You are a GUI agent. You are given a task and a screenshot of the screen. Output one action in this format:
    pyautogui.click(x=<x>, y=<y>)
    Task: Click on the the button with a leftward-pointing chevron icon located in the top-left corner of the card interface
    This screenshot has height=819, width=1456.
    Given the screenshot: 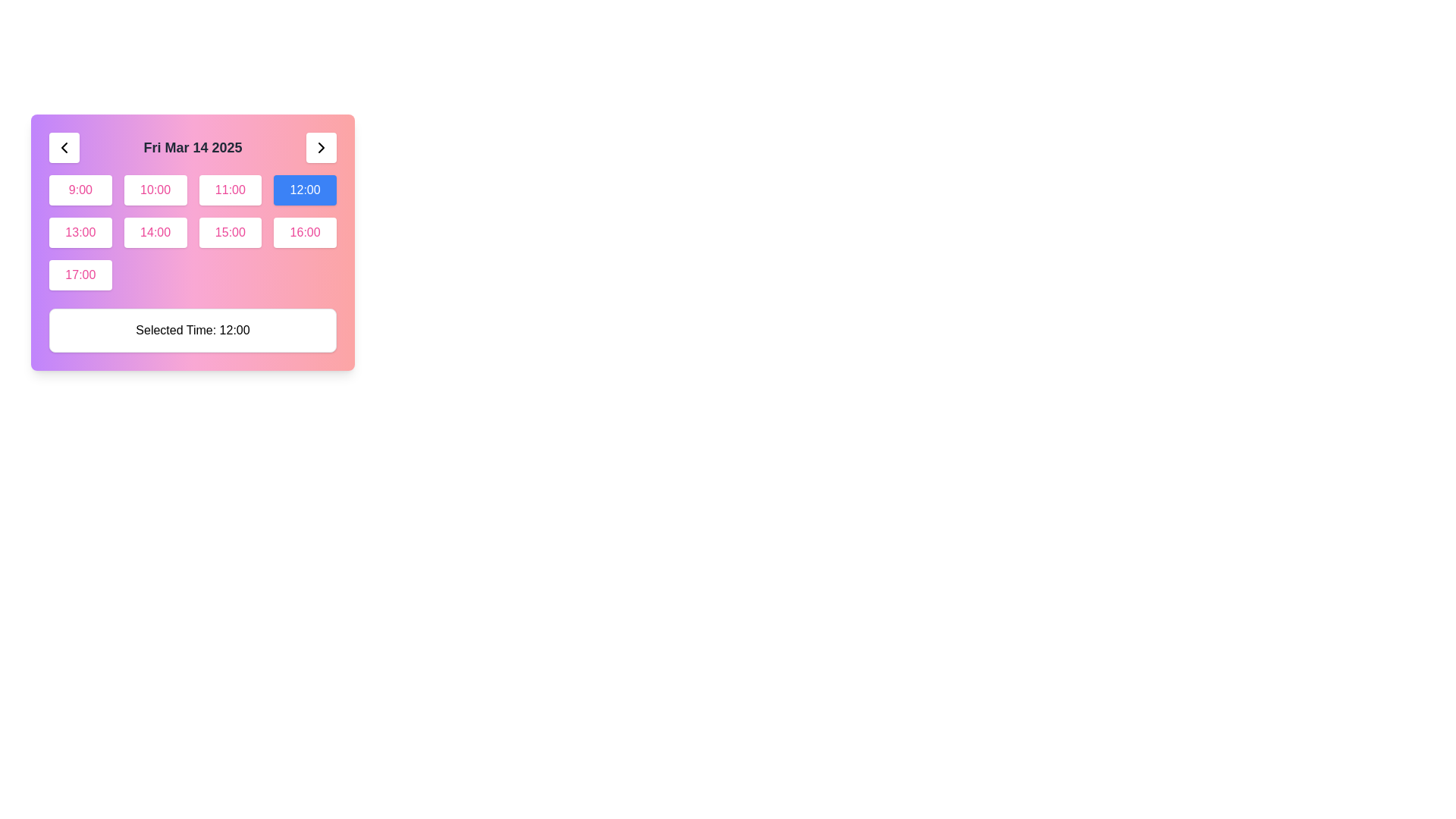 What is the action you would take?
    pyautogui.click(x=64, y=148)
    